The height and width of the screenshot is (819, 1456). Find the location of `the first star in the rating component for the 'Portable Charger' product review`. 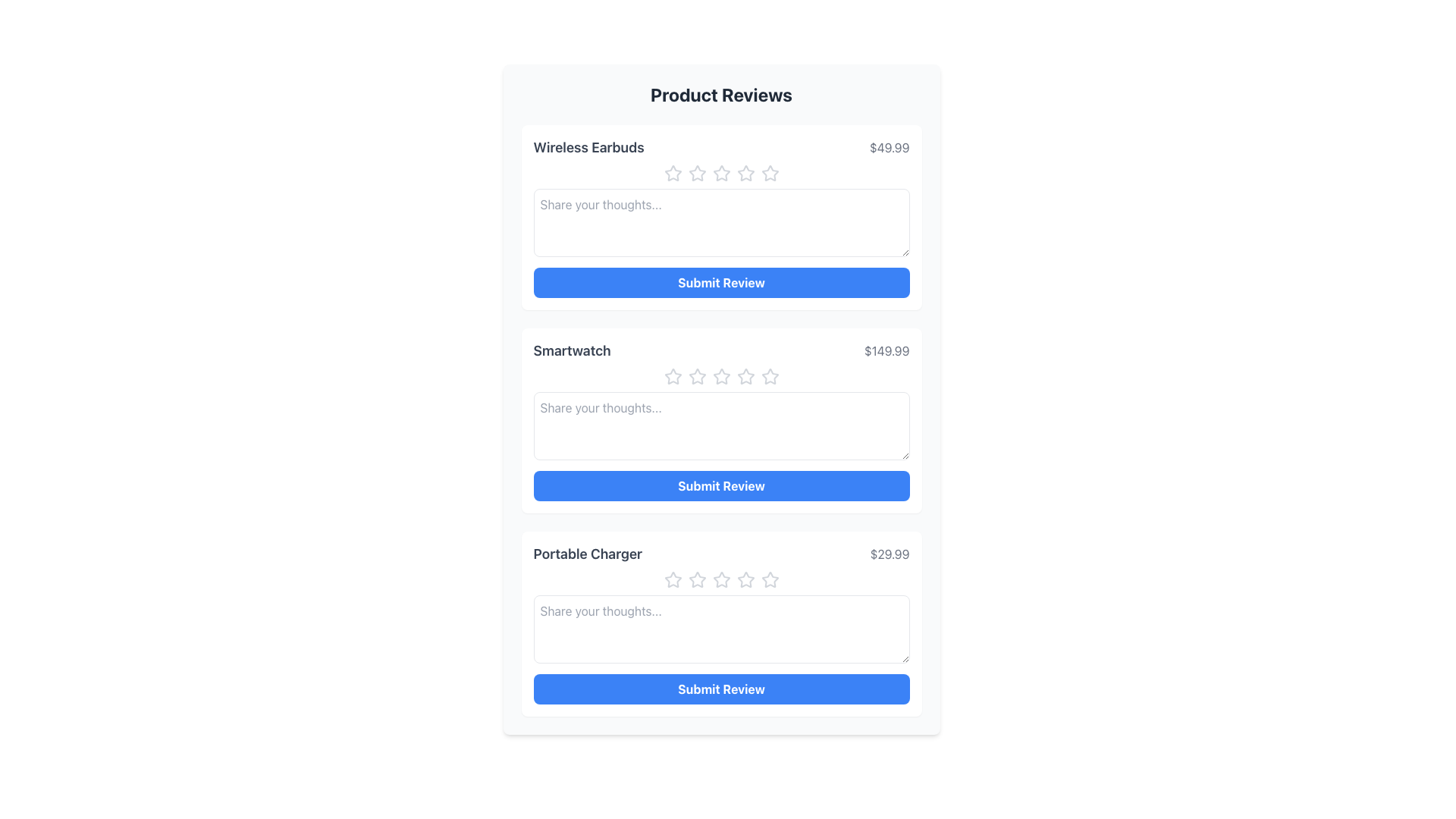

the first star in the rating component for the 'Portable Charger' product review is located at coordinates (672, 579).